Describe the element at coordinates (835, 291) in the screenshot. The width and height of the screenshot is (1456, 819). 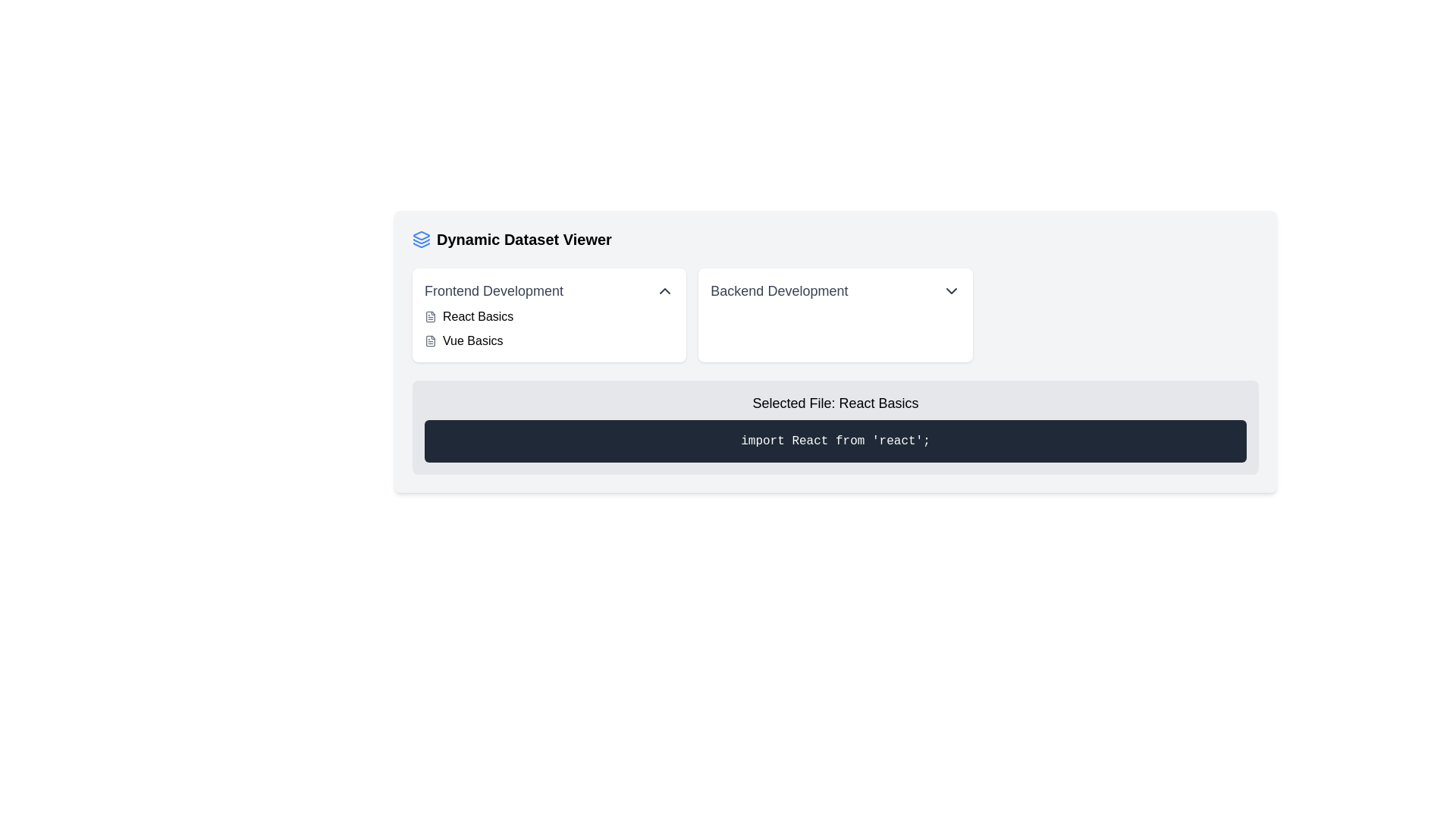
I see `the 'Backend Development' dropdown trigger, which features a medium gray font and a chevron icon` at that location.